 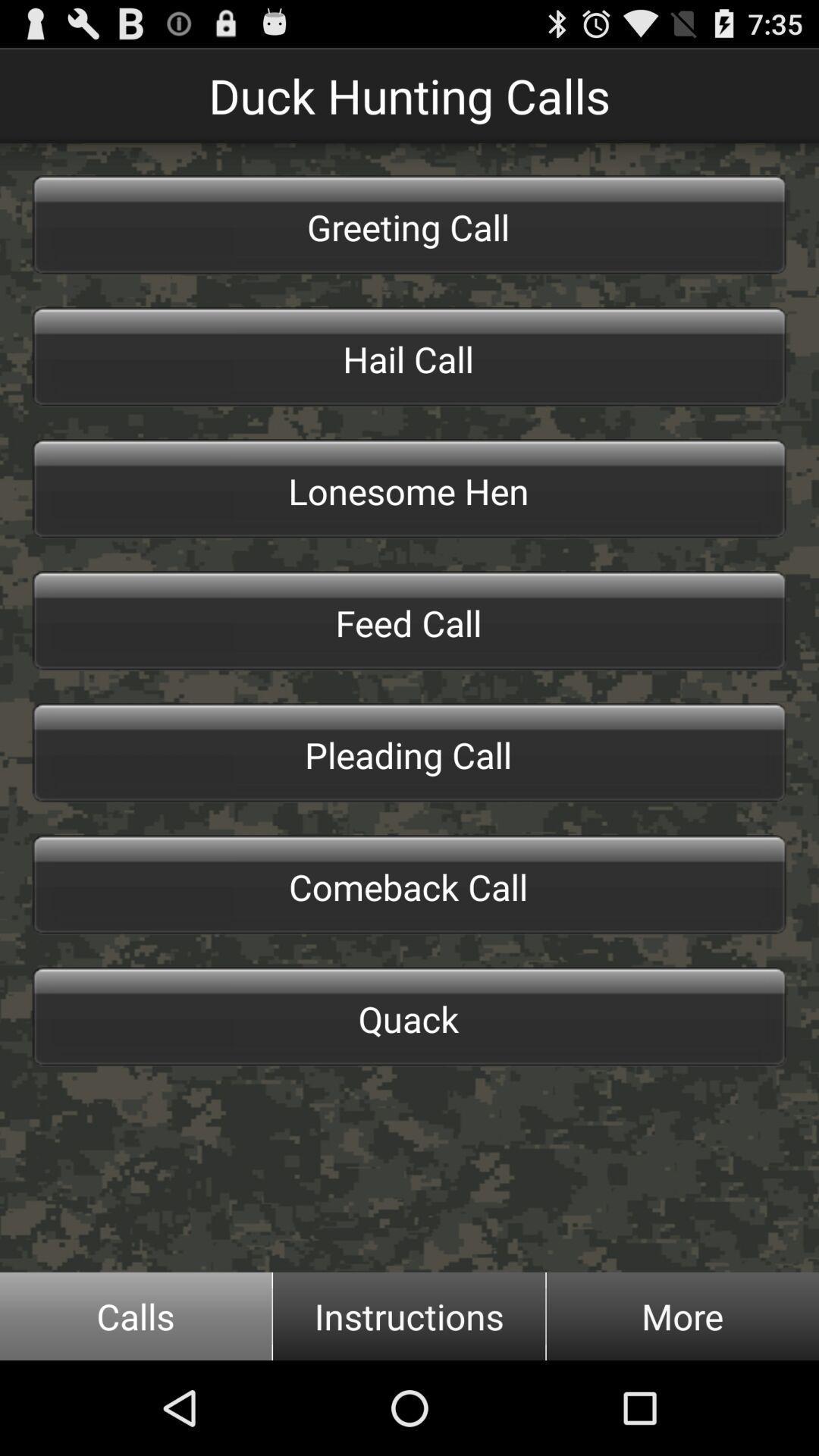 I want to click on button below feed call, so click(x=409, y=753).